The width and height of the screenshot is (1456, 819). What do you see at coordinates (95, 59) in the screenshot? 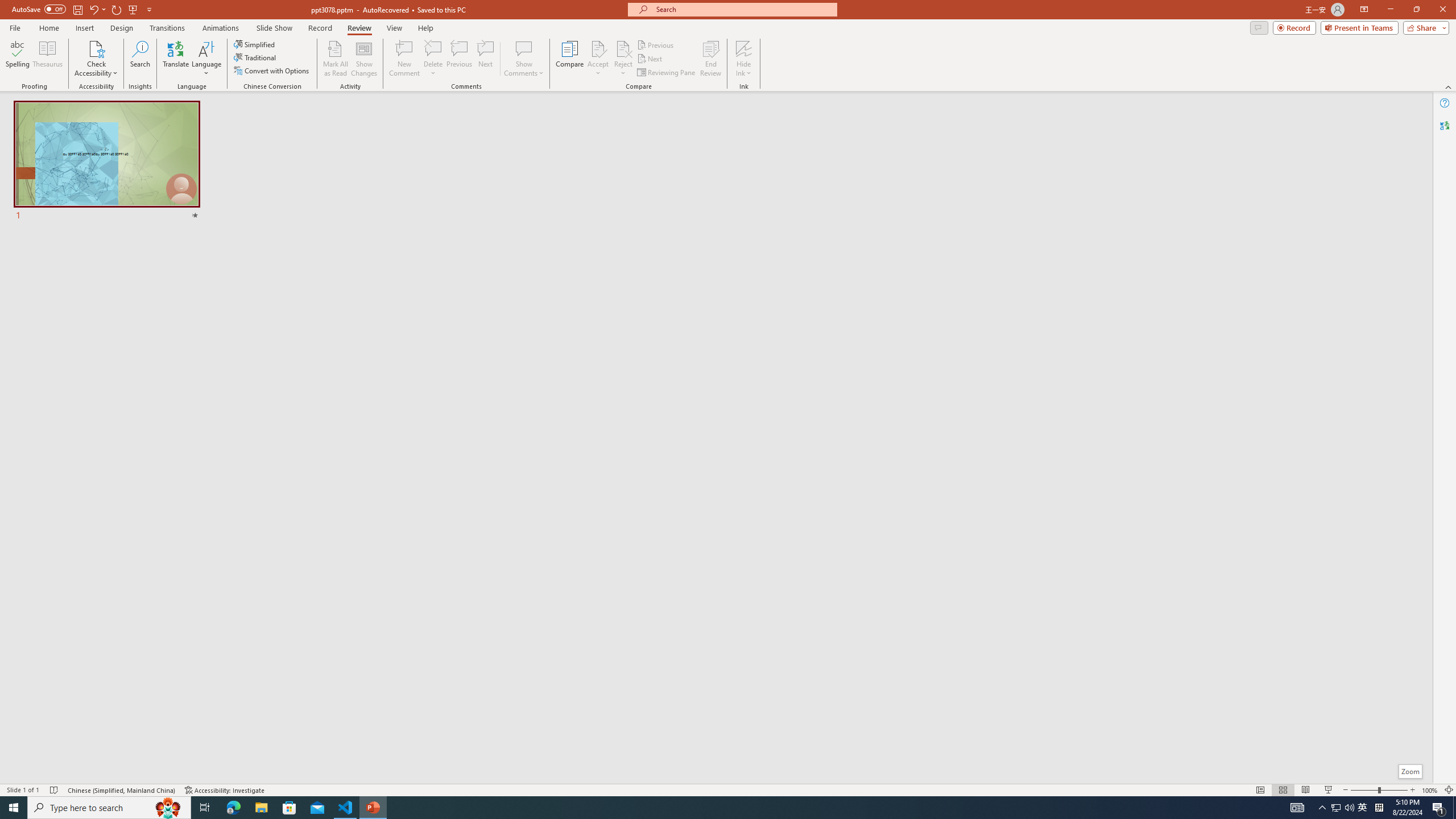
I see `'Check Accessibility'` at bounding box center [95, 59].